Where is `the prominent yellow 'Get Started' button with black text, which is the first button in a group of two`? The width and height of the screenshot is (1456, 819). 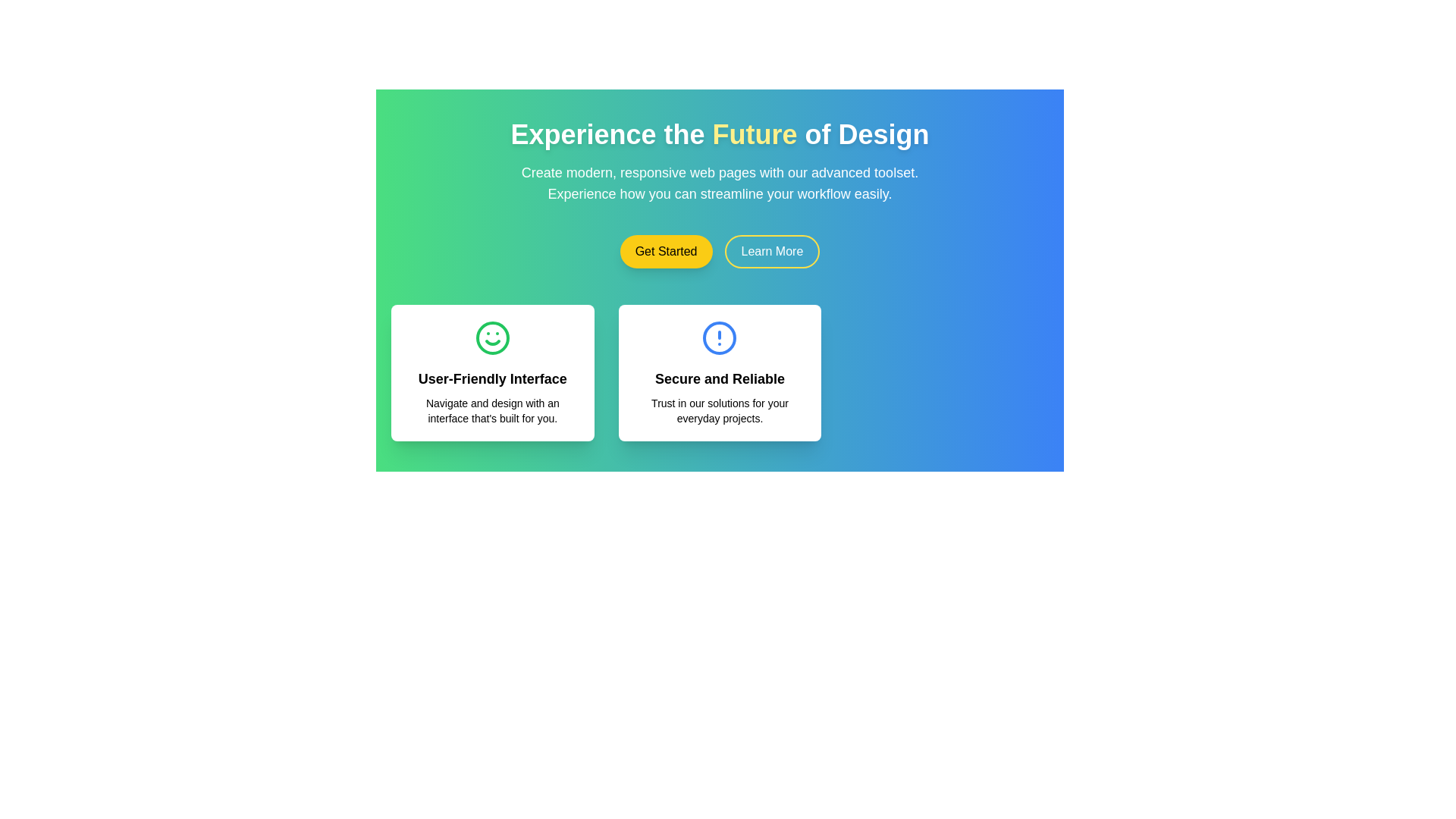
the prominent yellow 'Get Started' button with black text, which is the first button in a group of two is located at coordinates (666, 250).